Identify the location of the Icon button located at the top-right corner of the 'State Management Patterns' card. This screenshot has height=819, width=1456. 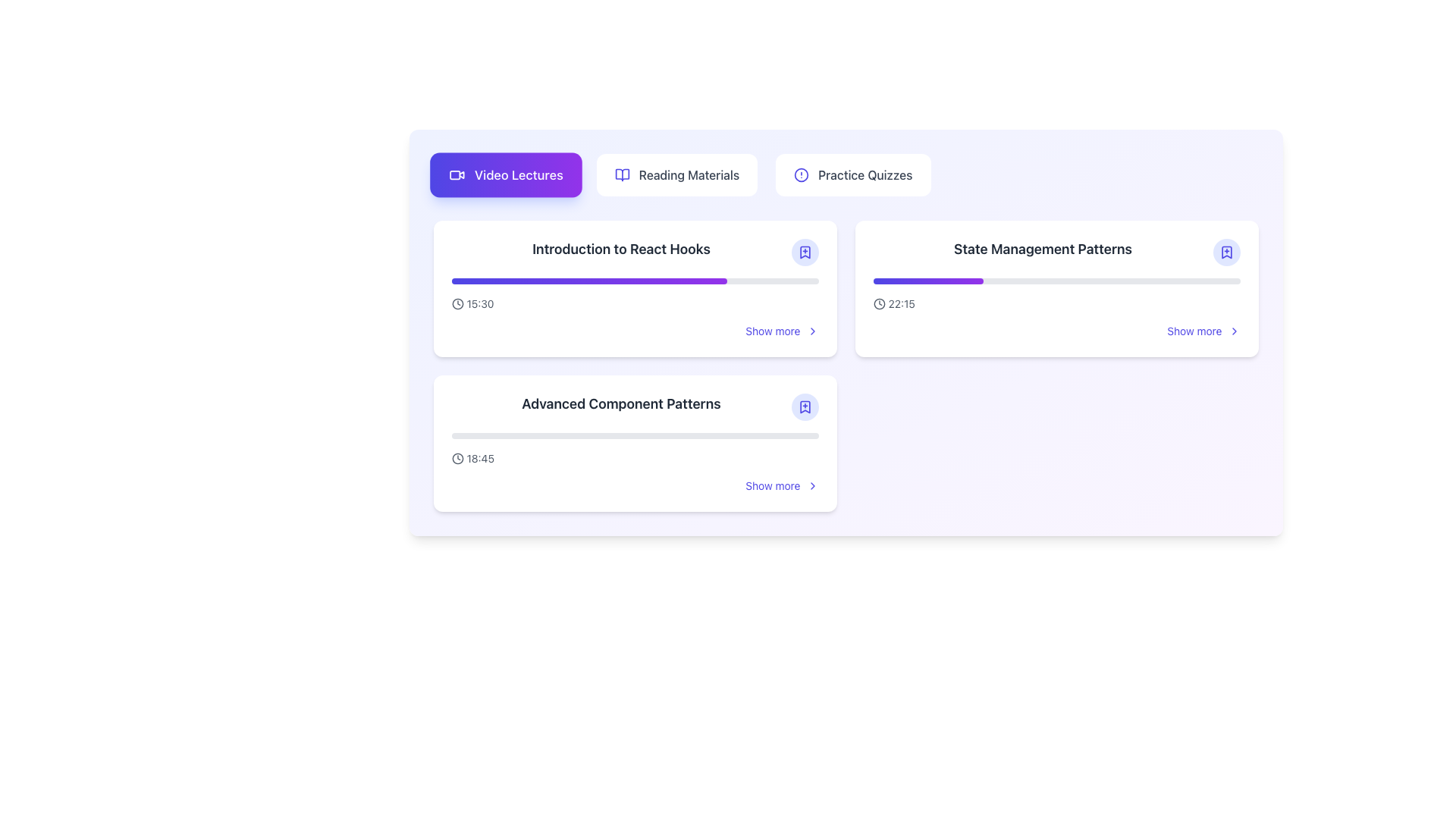
(1226, 251).